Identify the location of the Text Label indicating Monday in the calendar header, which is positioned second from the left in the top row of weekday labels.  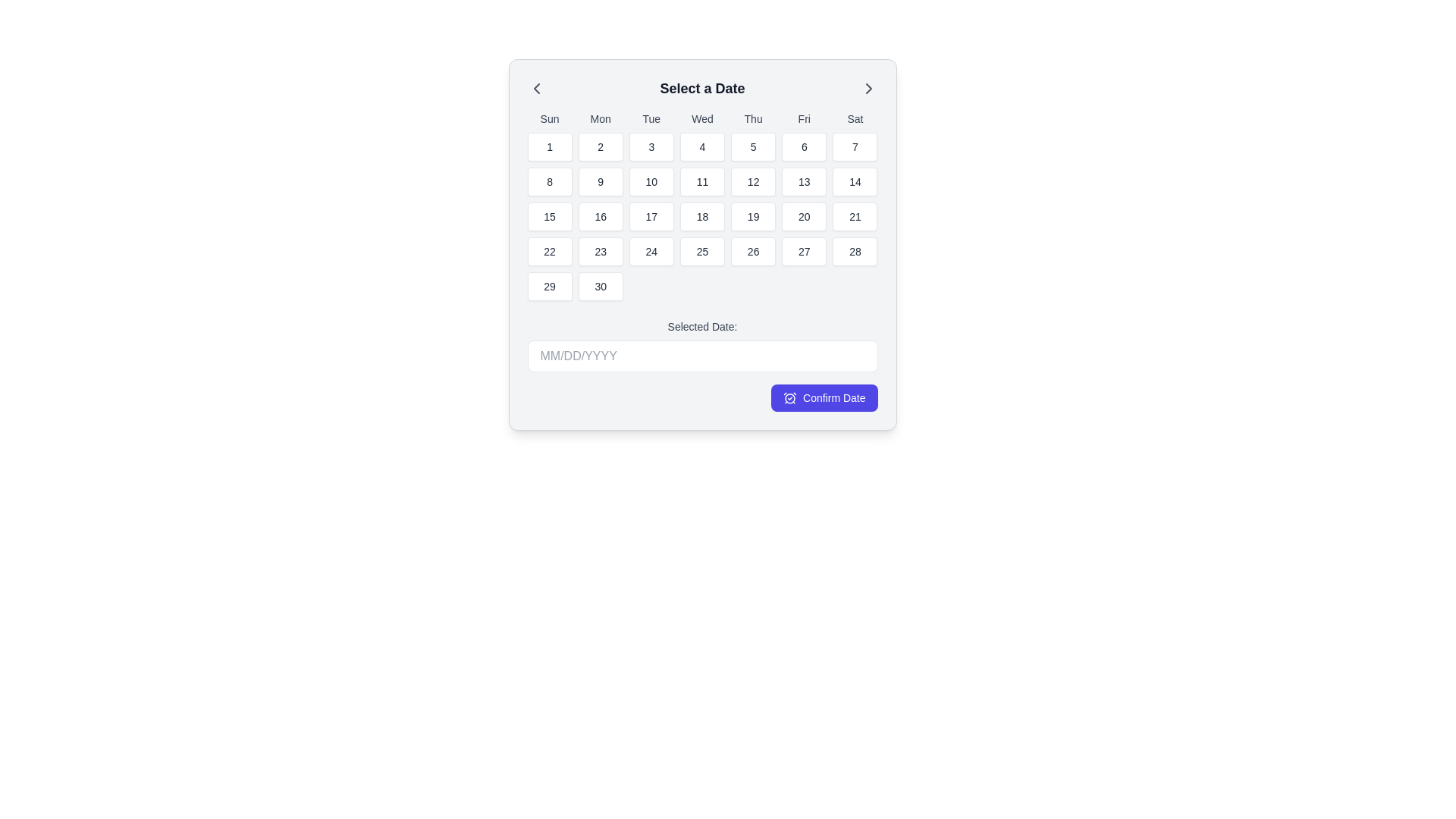
(600, 118).